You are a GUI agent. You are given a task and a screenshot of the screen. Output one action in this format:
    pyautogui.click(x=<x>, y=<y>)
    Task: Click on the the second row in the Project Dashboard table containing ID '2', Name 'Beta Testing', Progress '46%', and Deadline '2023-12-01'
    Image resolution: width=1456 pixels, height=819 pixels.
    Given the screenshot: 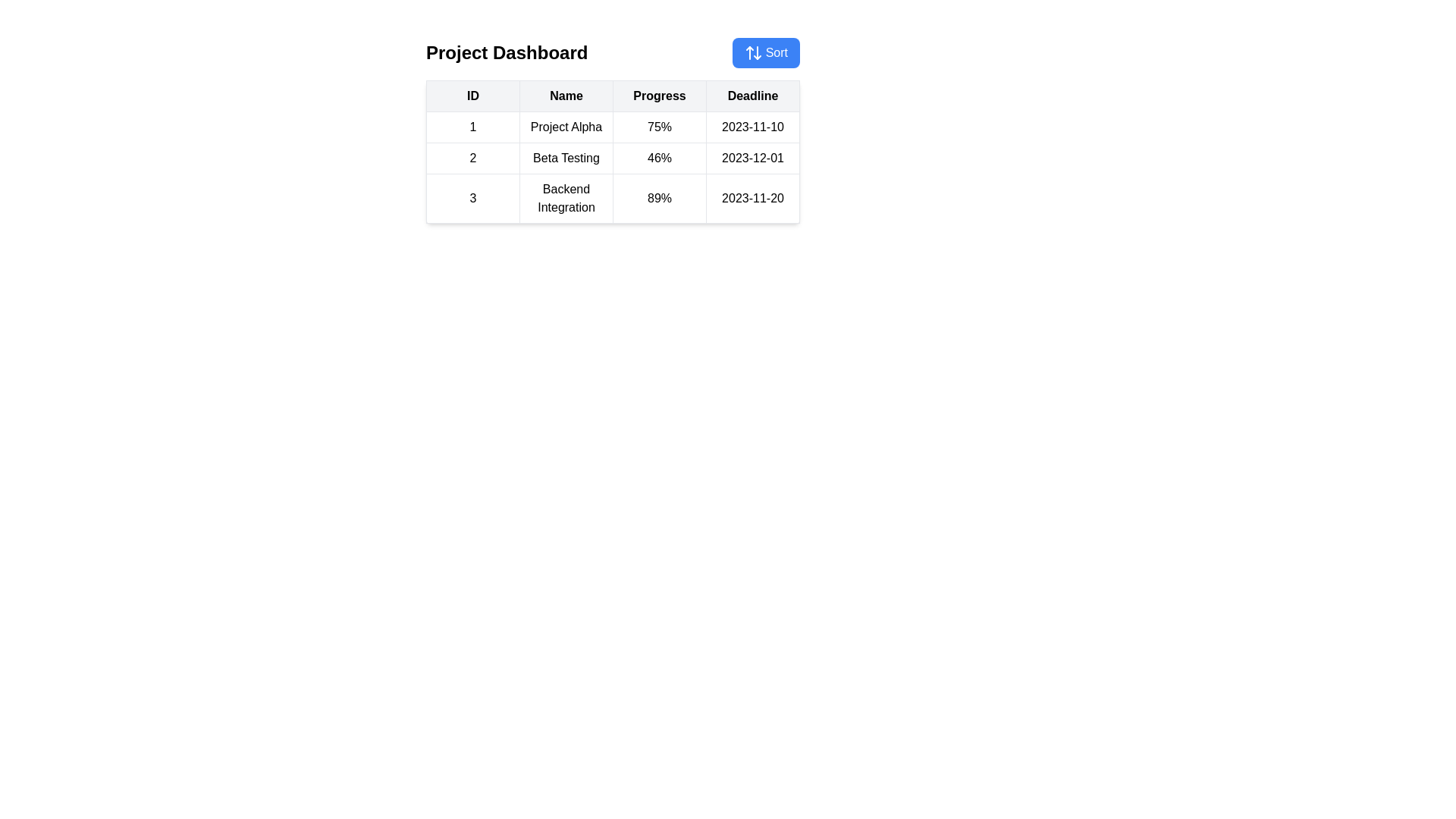 What is the action you would take?
    pyautogui.click(x=613, y=158)
    